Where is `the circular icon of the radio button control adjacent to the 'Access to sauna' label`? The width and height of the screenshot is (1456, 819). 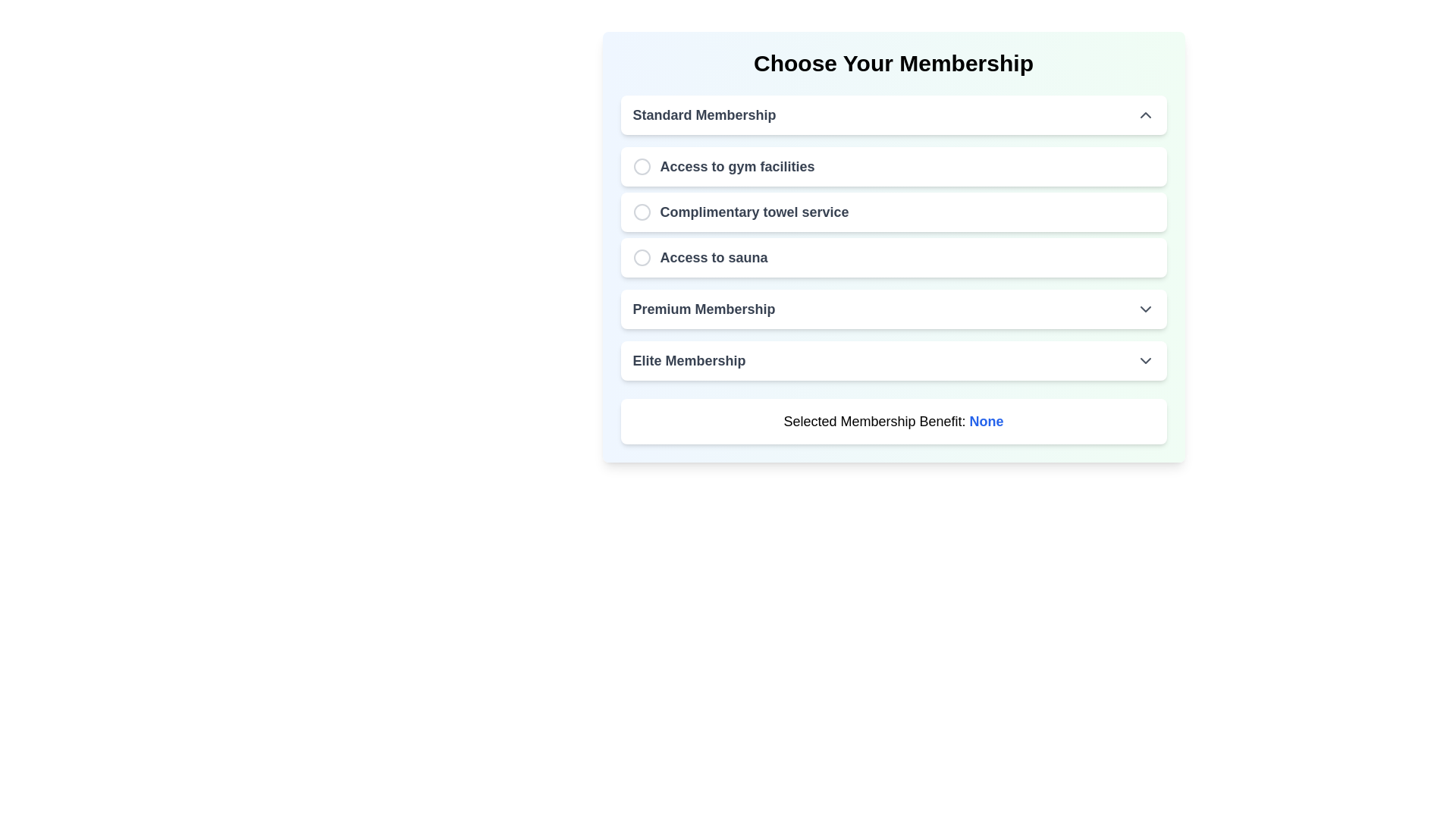 the circular icon of the radio button control adjacent to the 'Access to sauna' label is located at coordinates (642, 256).